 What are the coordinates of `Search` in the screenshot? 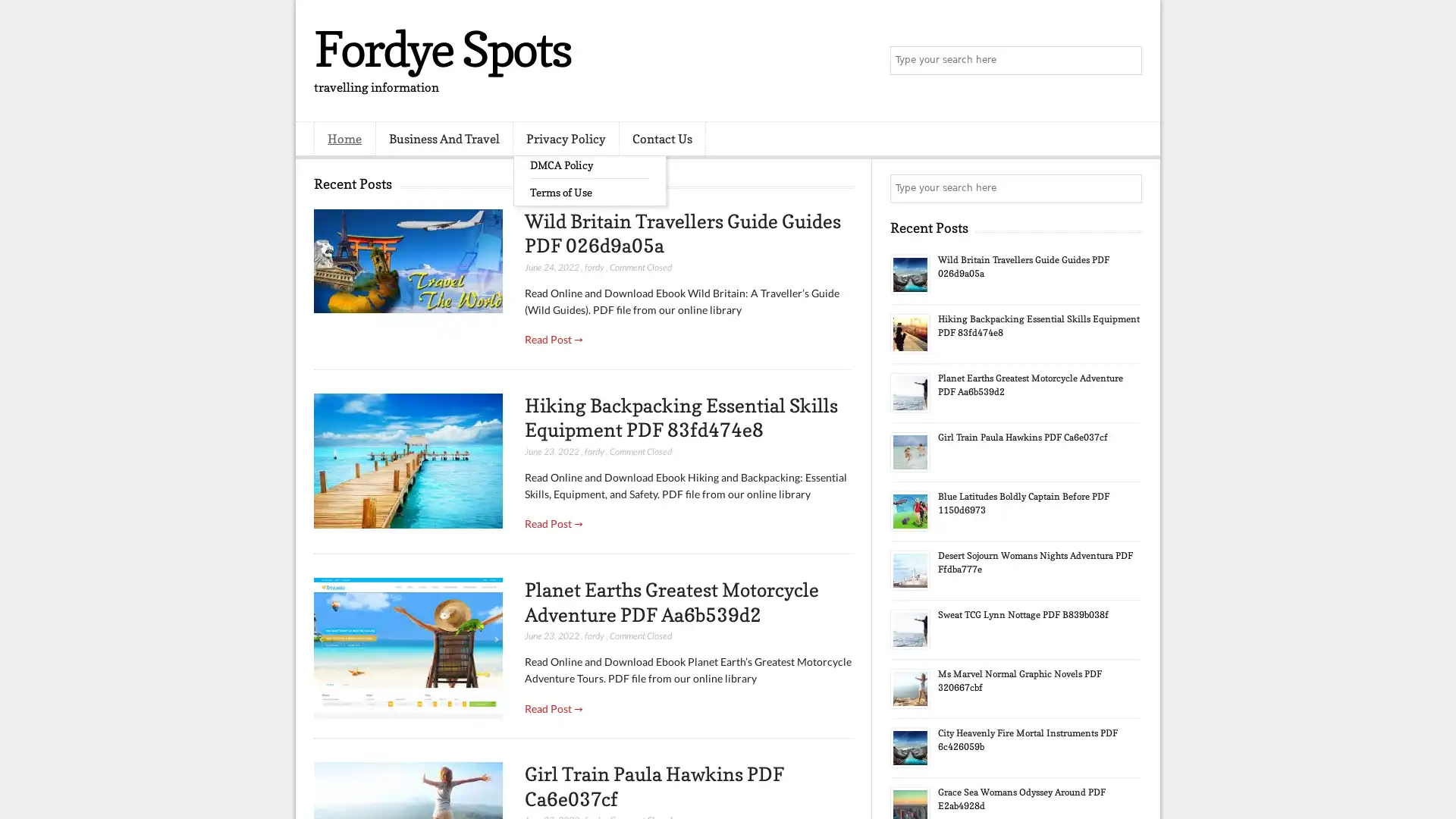 It's located at (1126, 61).